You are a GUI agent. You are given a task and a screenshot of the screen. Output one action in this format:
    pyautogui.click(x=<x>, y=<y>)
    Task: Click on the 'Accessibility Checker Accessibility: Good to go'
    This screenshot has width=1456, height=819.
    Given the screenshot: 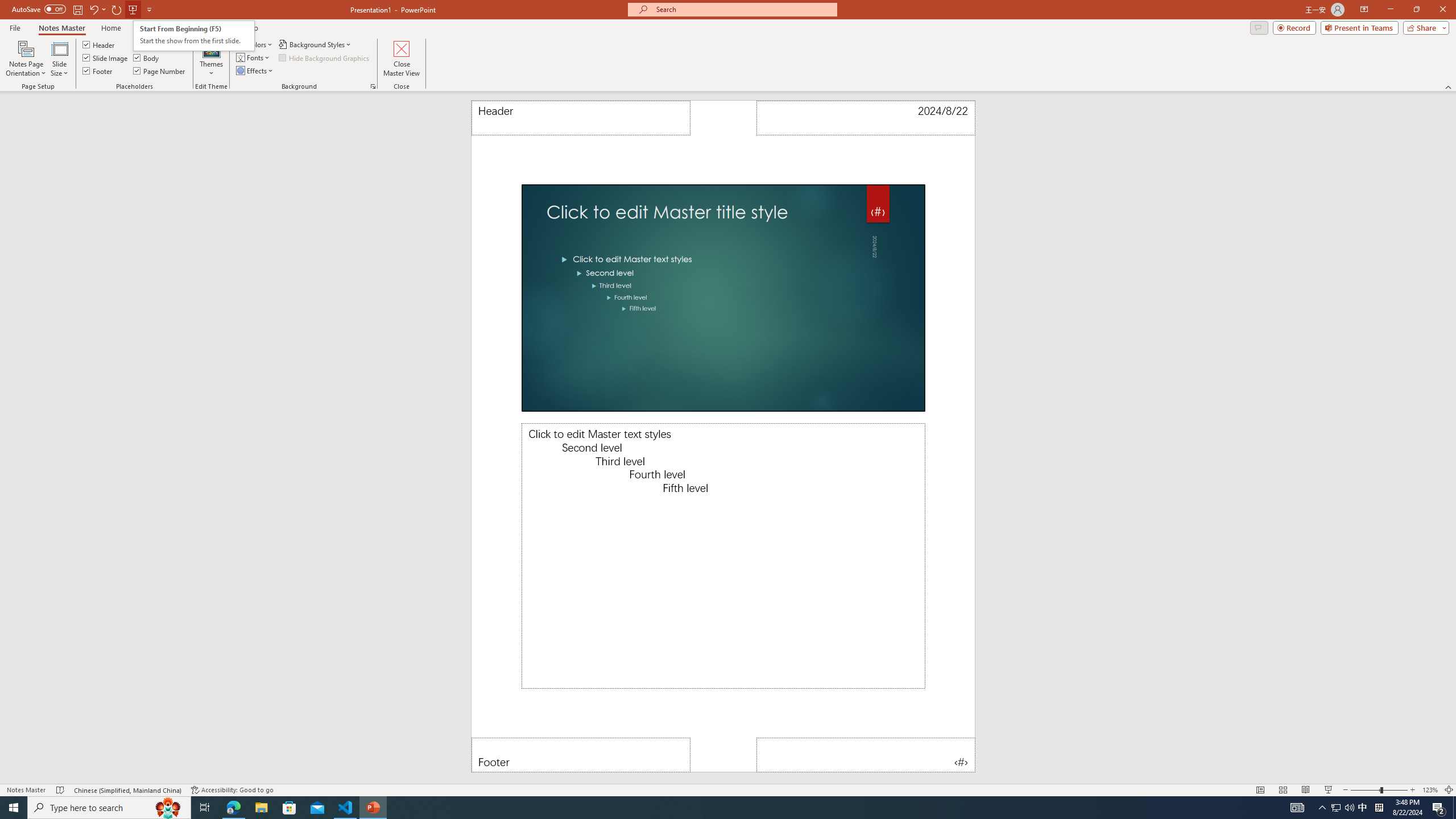 What is the action you would take?
    pyautogui.click(x=231, y=790)
    